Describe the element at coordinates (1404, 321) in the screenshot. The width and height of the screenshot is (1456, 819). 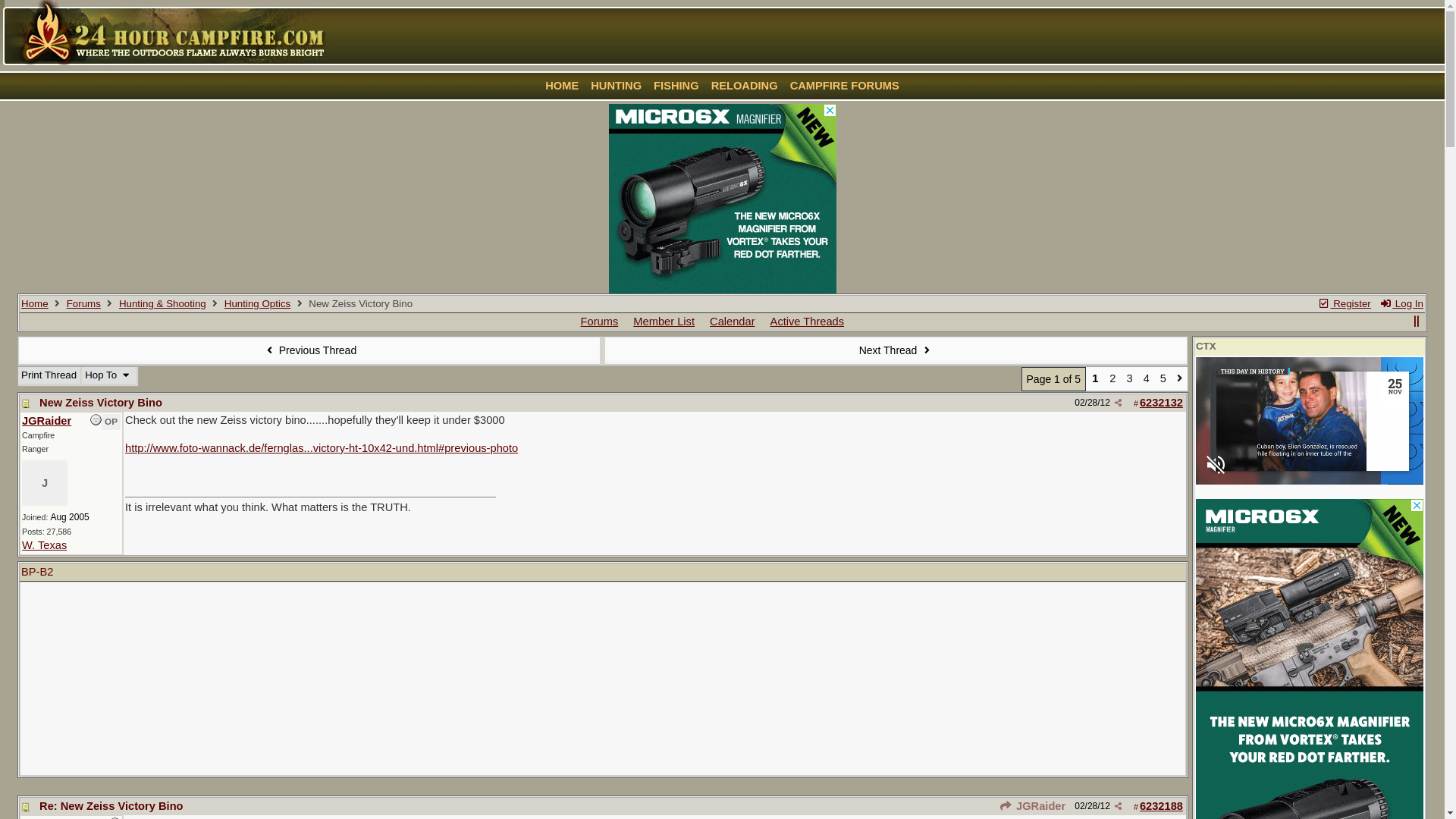
I see `'show/hide columns on this page'` at that location.